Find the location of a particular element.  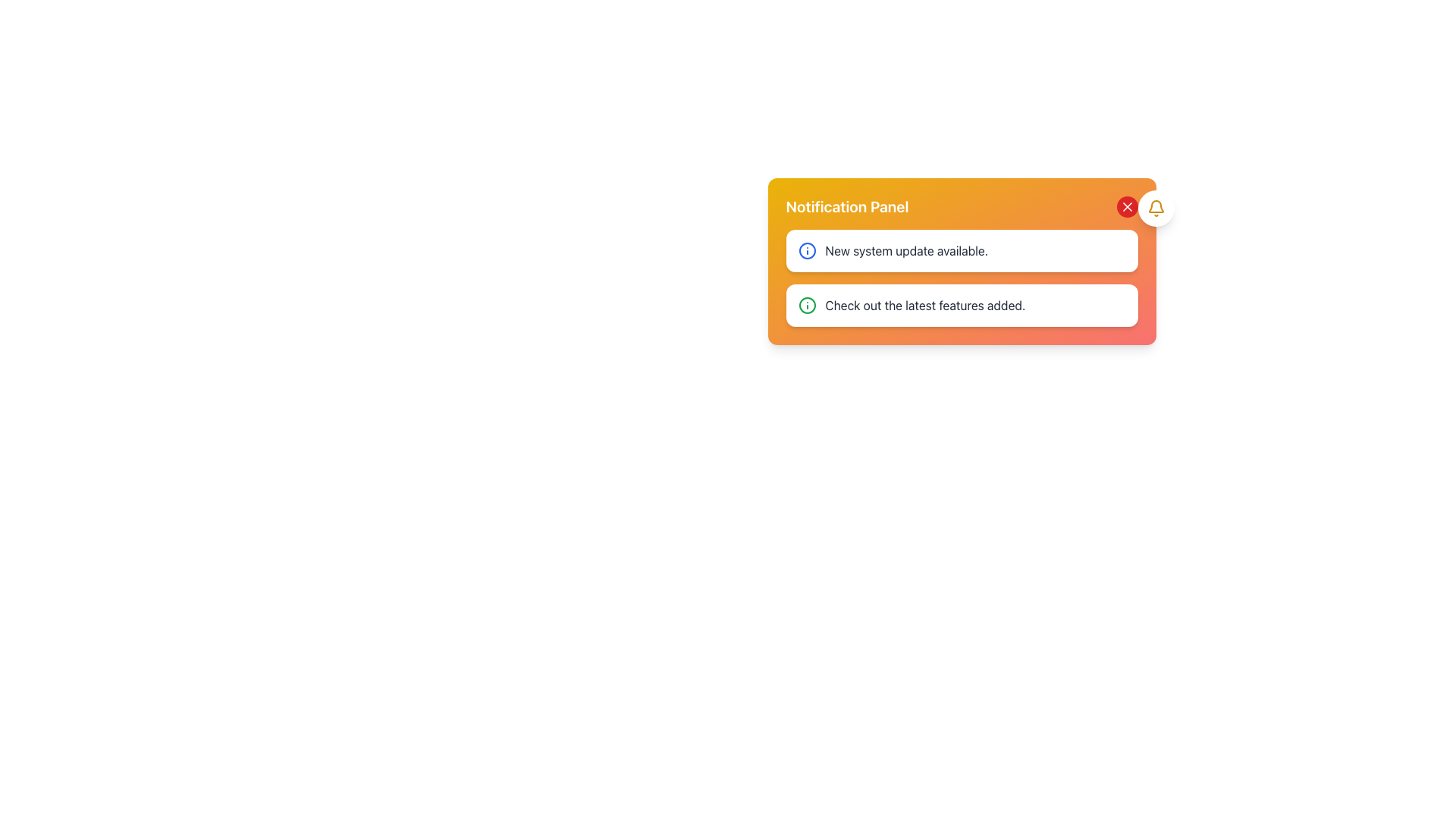

the red 'X' icon located at the top-right corner of the notification panel is located at coordinates (1127, 207).